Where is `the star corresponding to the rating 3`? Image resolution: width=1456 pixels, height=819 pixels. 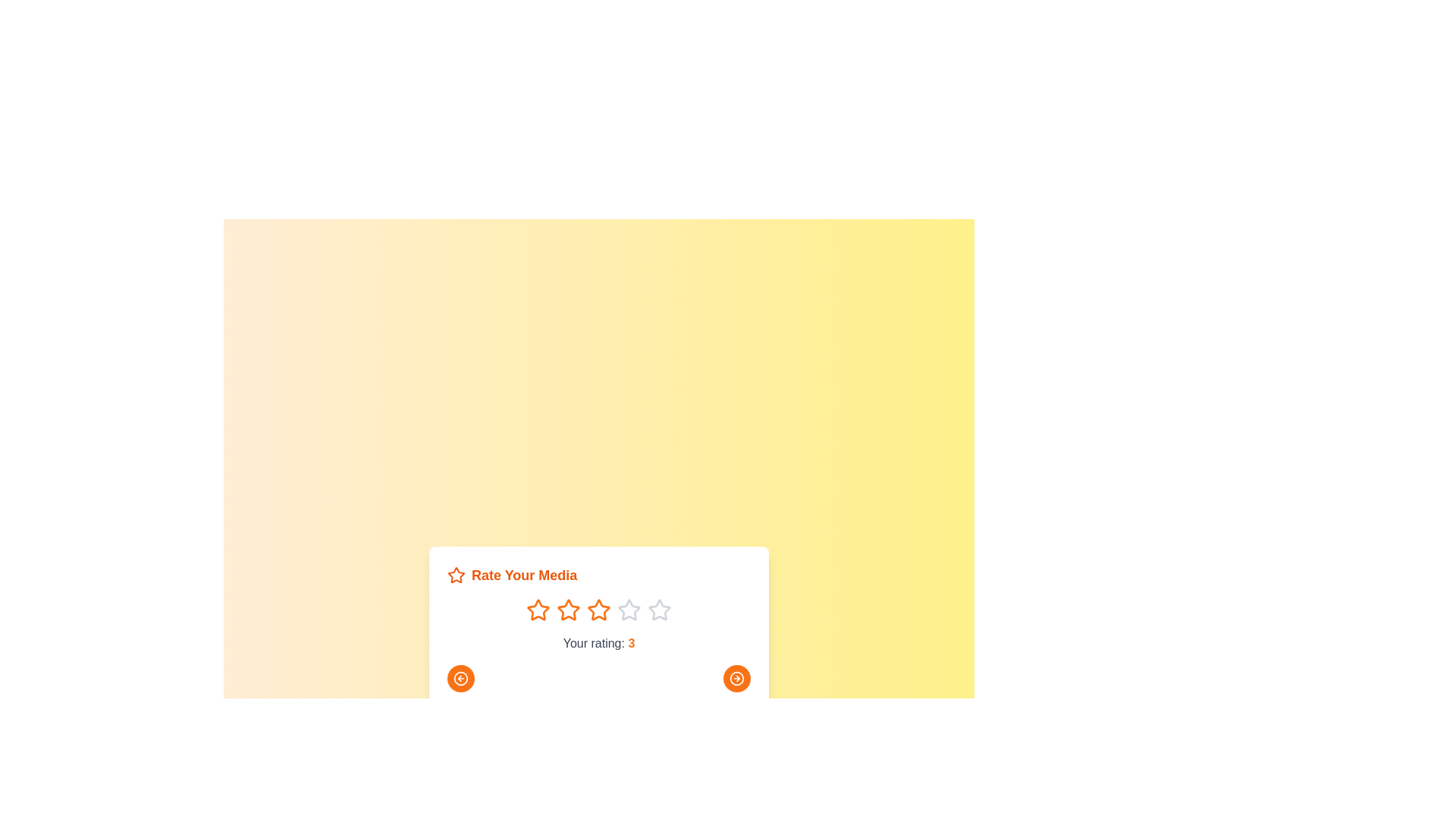 the star corresponding to the rating 3 is located at coordinates (598, 610).